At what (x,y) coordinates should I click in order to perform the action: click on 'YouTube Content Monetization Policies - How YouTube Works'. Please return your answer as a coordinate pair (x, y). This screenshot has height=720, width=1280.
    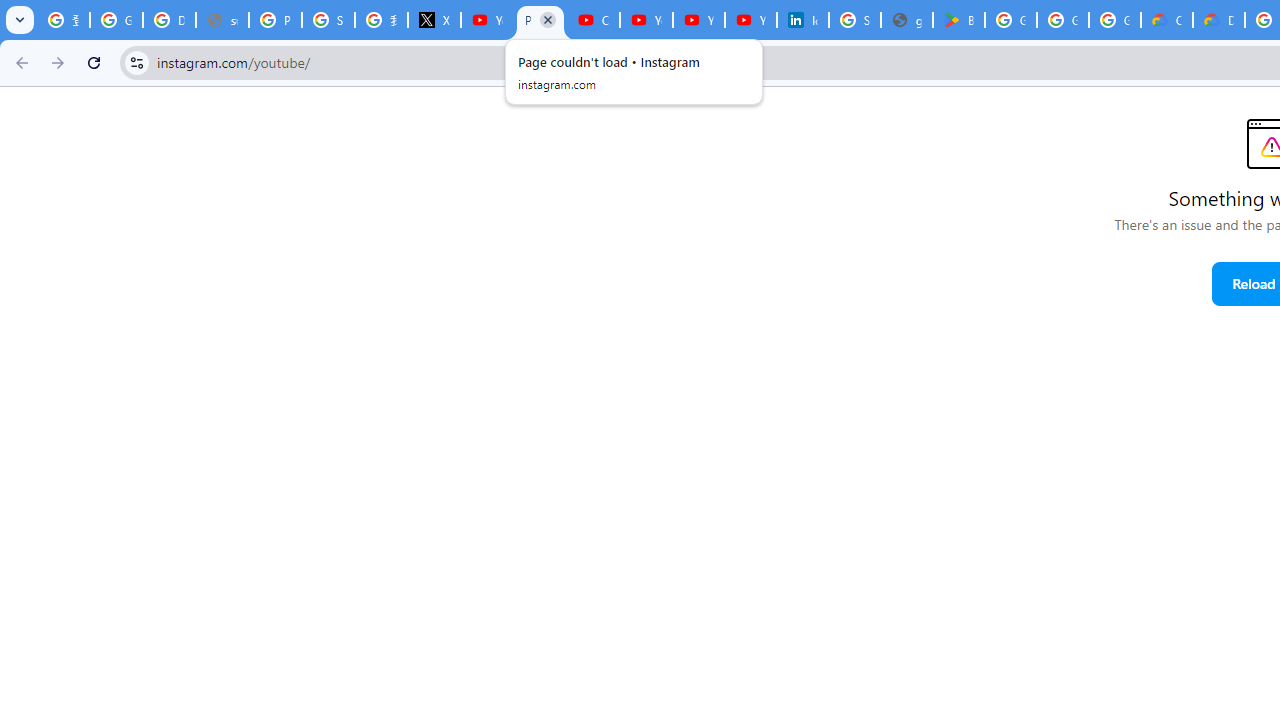
    Looking at the image, I should click on (487, 20).